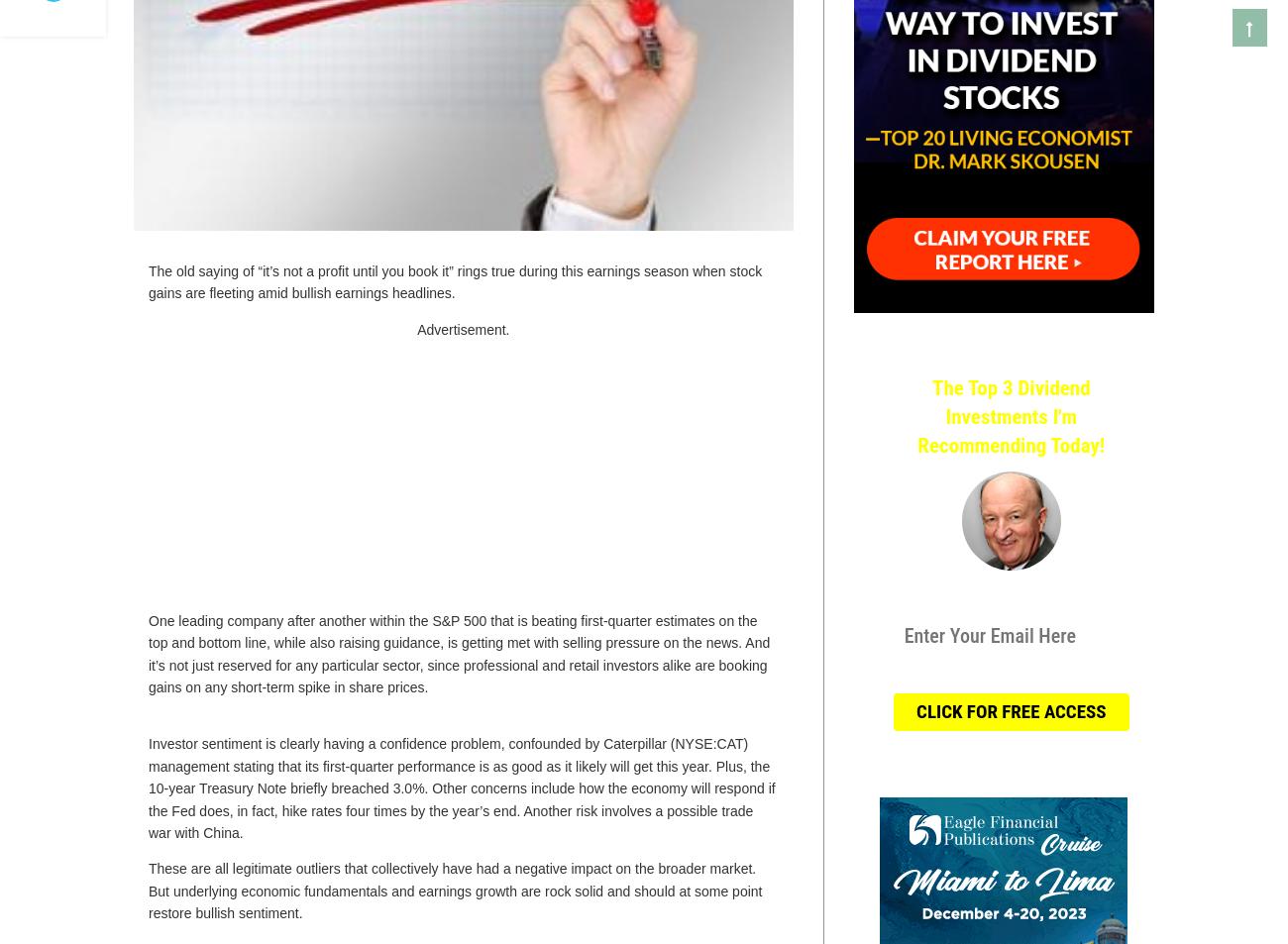 Image resolution: width=1288 pixels, height=944 pixels. What do you see at coordinates (1010, 415) in the screenshot?
I see `'The Top 3 Dividend Investments I'm Recommending Today!'` at bounding box center [1010, 415].